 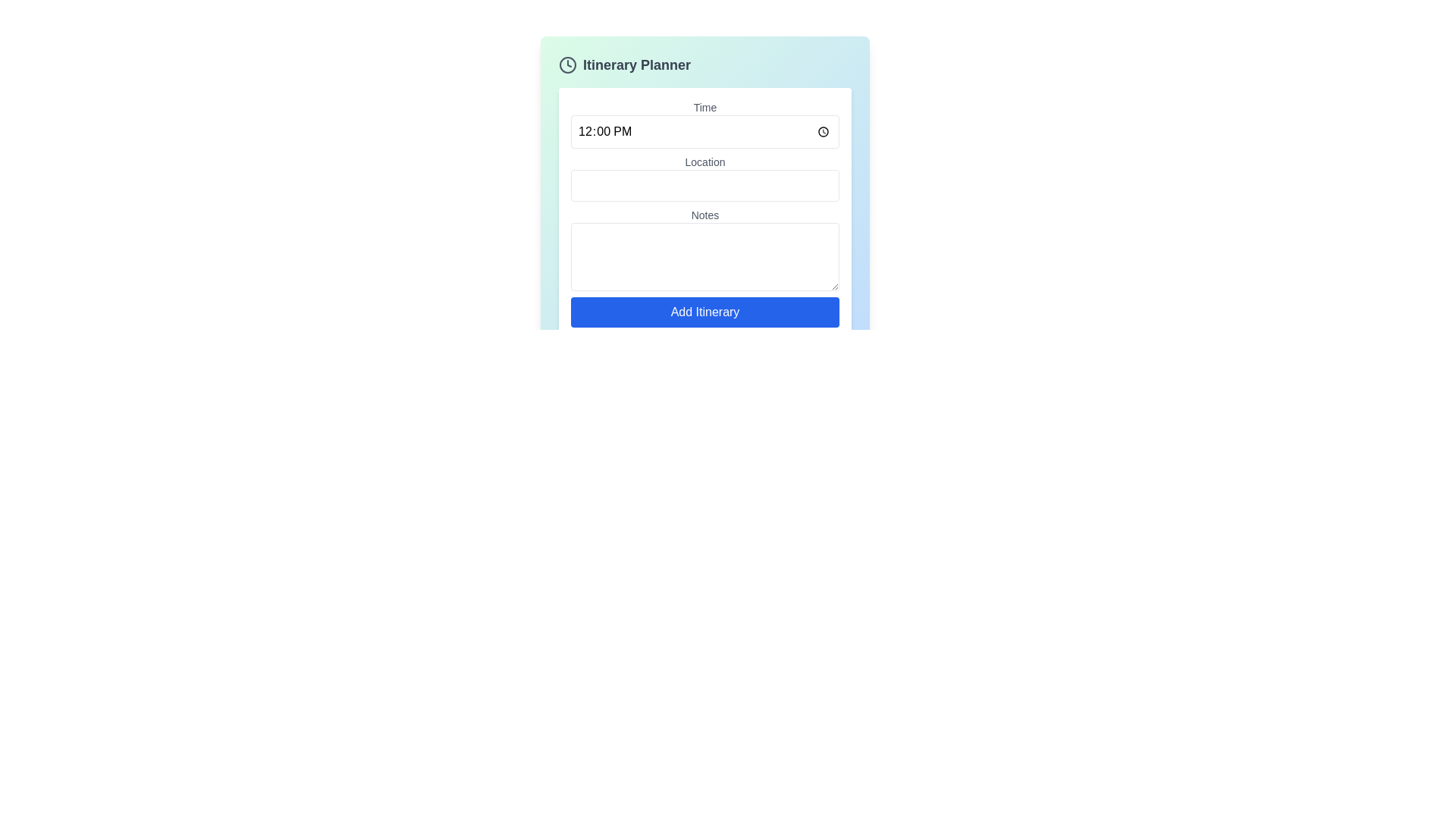 What do you see at coordinates (704, 215) in the screenshot?
I see `the third text label element which describes the text area for notes, positioned between the 'Location' label and the notes input area` at bounding box center [704, 215].